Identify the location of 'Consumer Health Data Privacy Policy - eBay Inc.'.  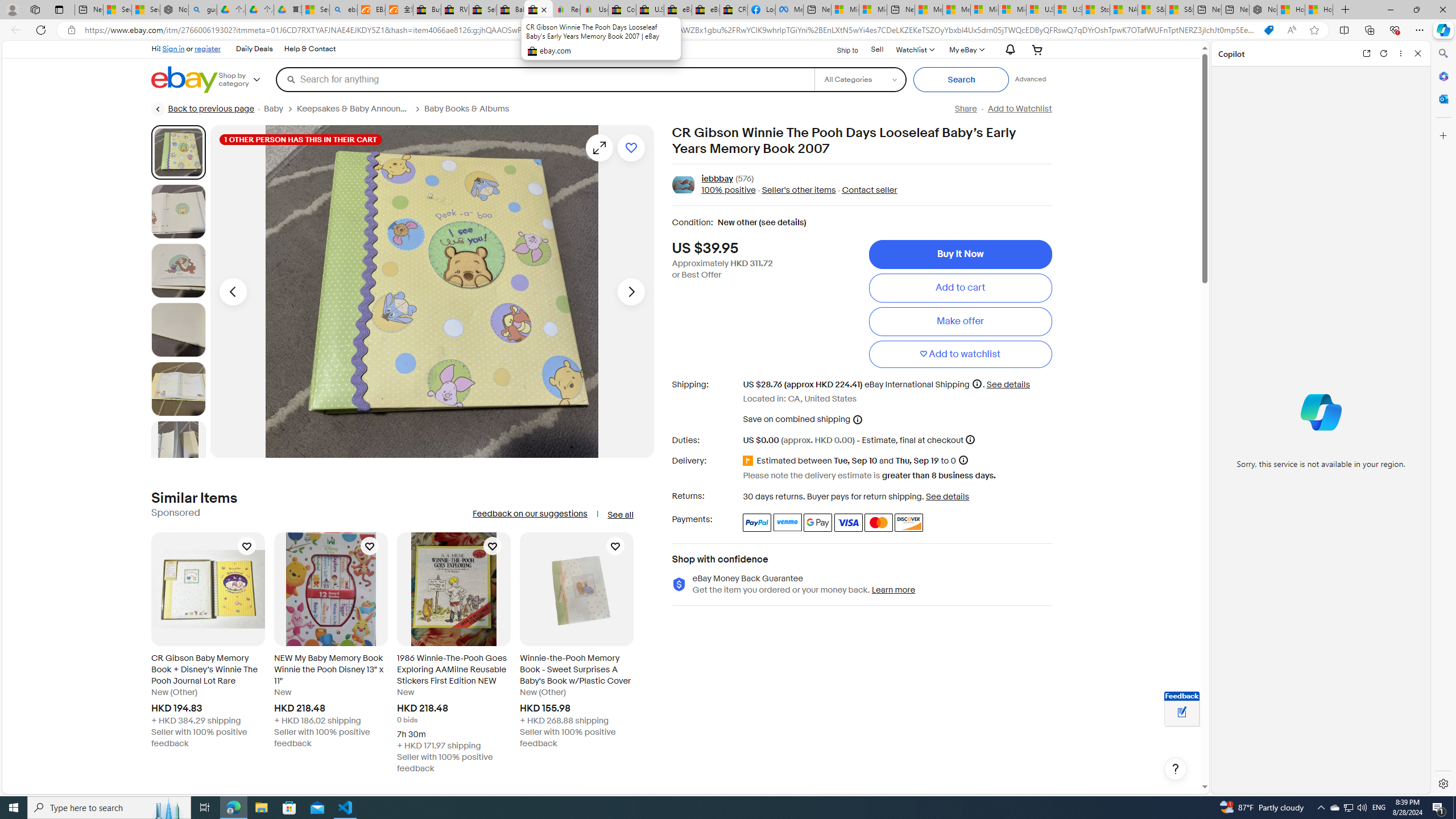
(621, 9).